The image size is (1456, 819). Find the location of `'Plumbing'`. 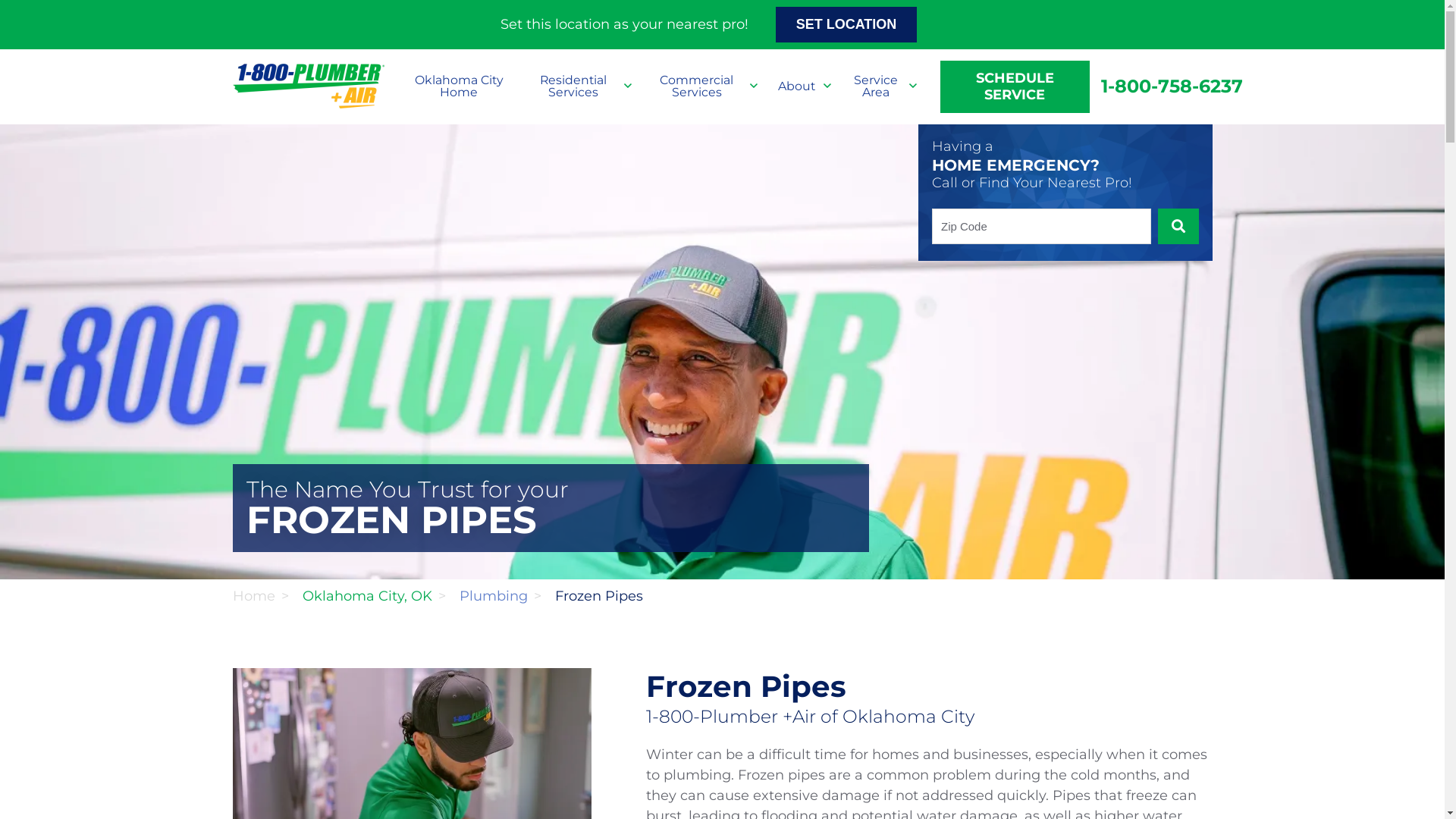

'Plumbing' is located at coordinates (458, 595).